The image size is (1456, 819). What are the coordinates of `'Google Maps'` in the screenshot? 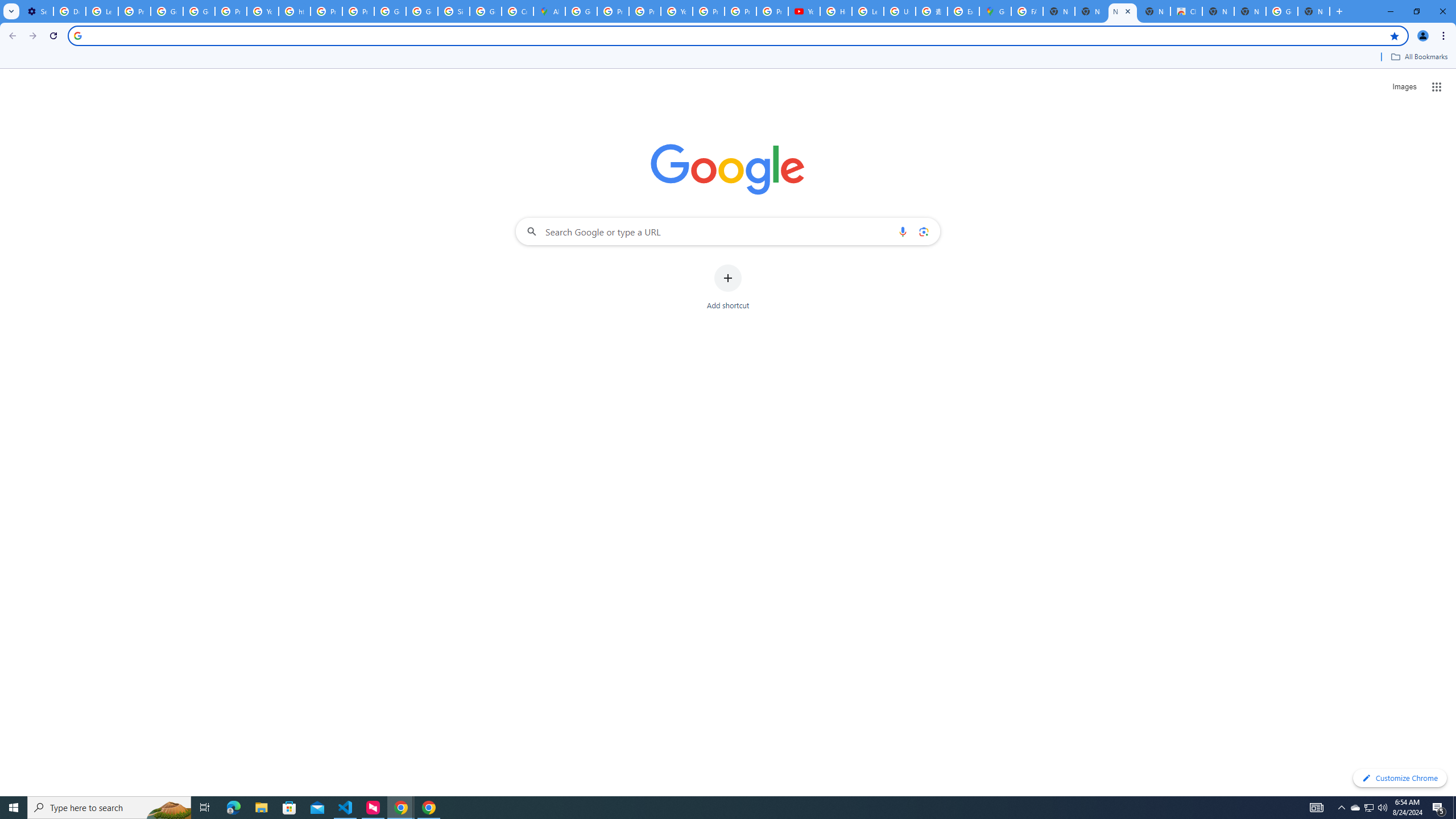 It's located at (994, 11).